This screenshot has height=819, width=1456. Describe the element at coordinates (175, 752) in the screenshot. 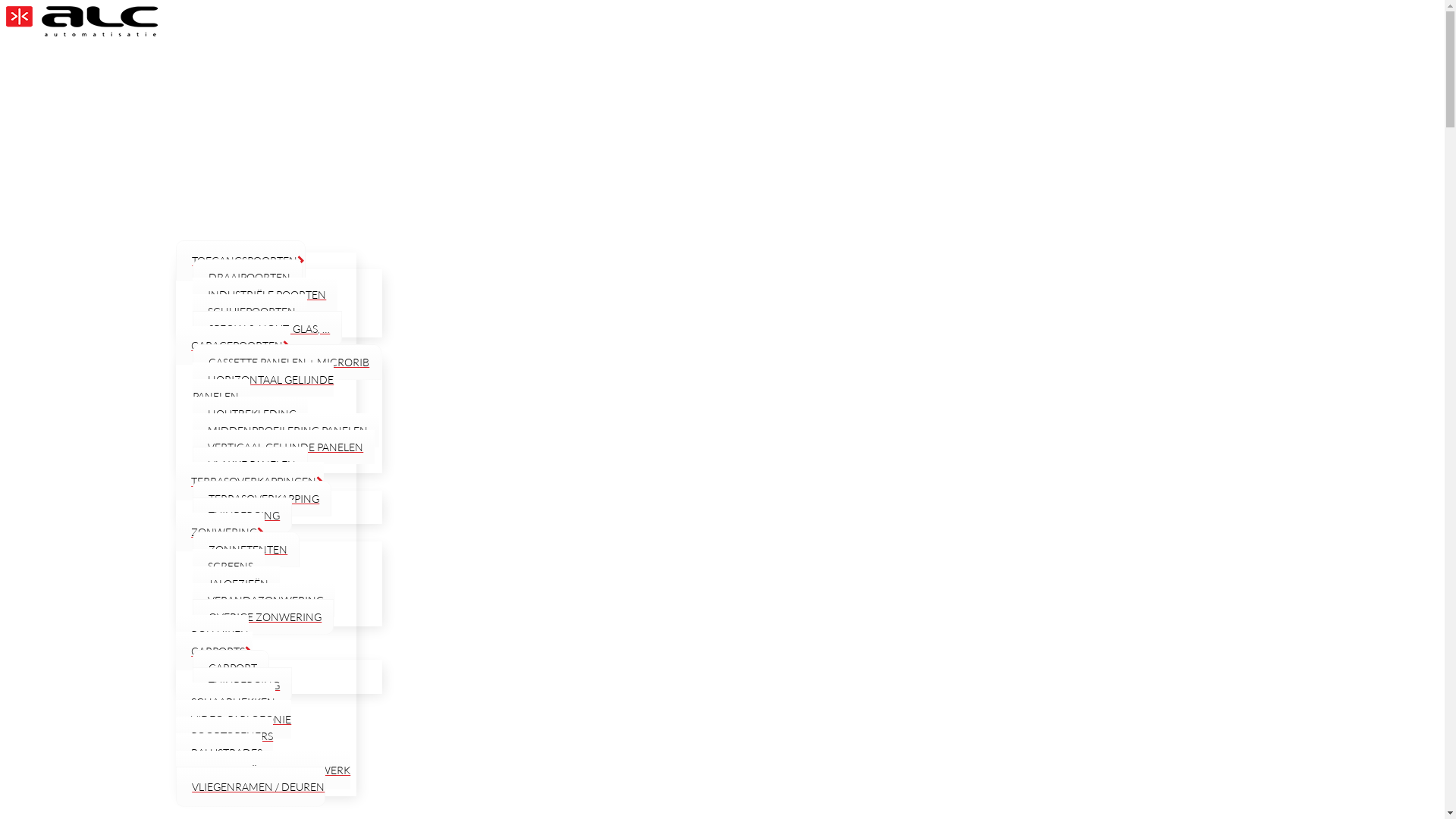

I see `'BALUSTRADES'` at that location.